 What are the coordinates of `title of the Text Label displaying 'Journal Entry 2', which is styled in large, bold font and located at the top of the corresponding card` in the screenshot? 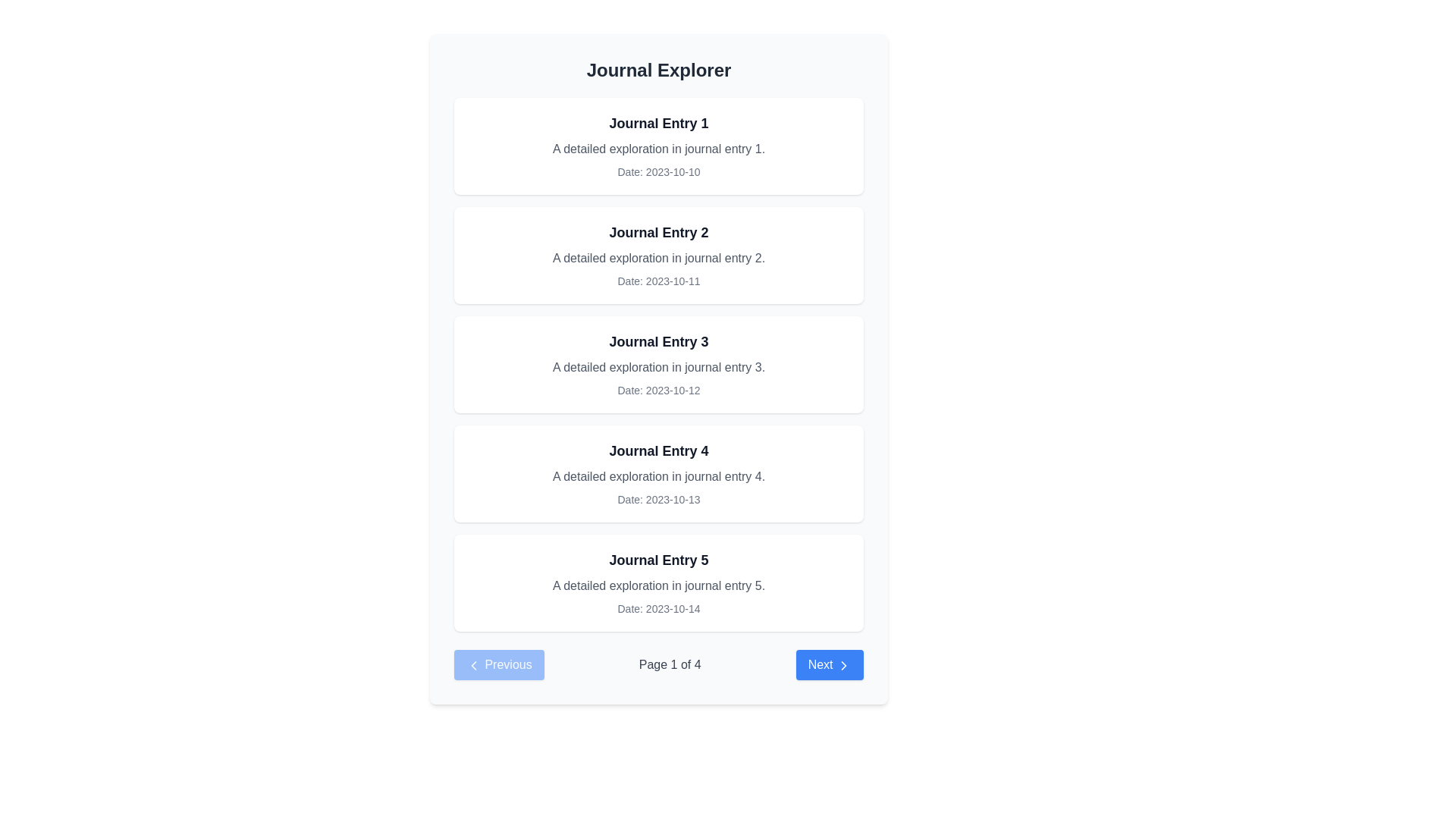 It's located at (658, 233).